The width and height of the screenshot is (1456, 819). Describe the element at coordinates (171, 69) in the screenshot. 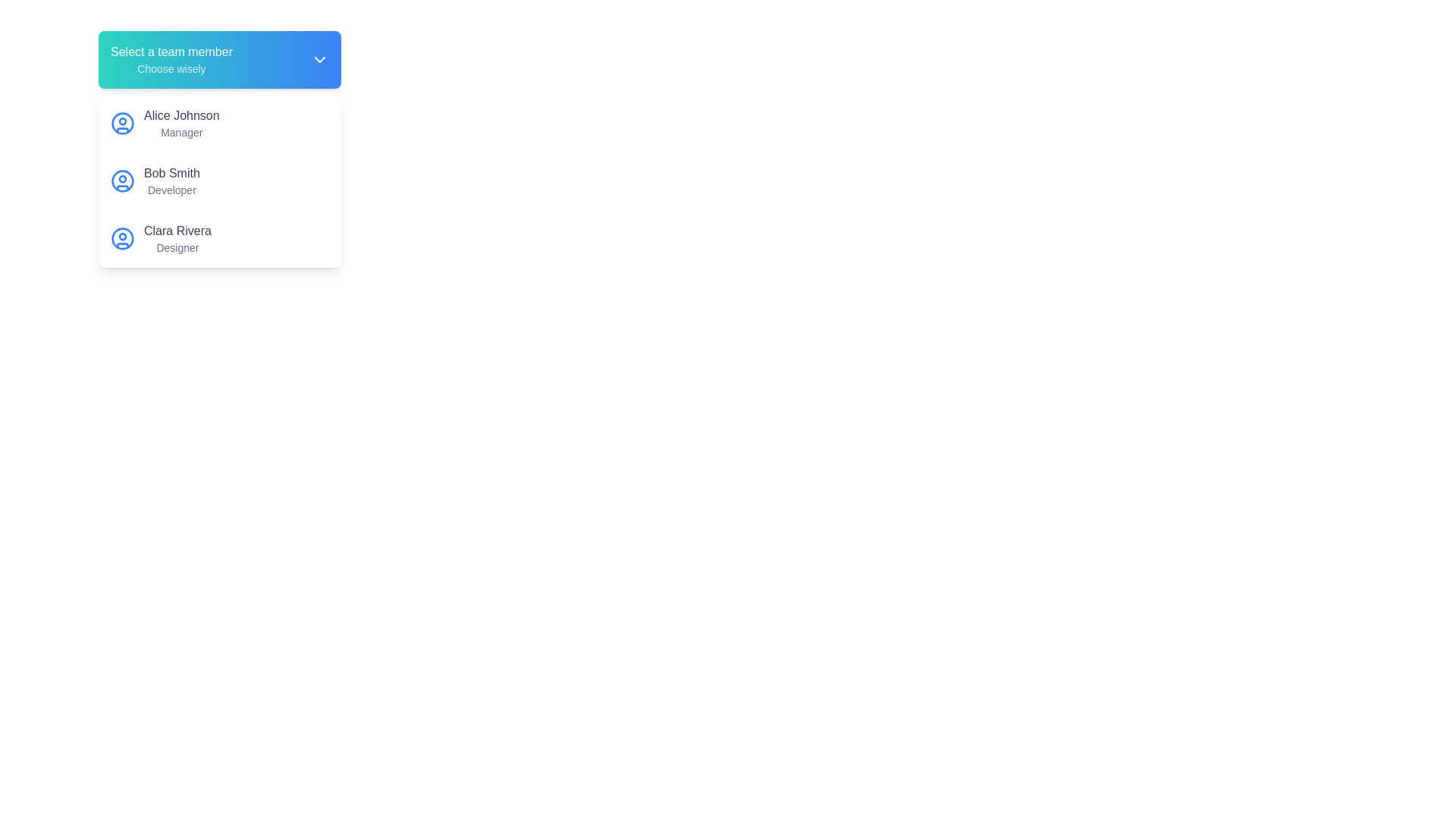

I see `the italic-styled text label reading 'Choose wisely' that is positioned directly below the larger bold text 'Select a team member'` at that location.